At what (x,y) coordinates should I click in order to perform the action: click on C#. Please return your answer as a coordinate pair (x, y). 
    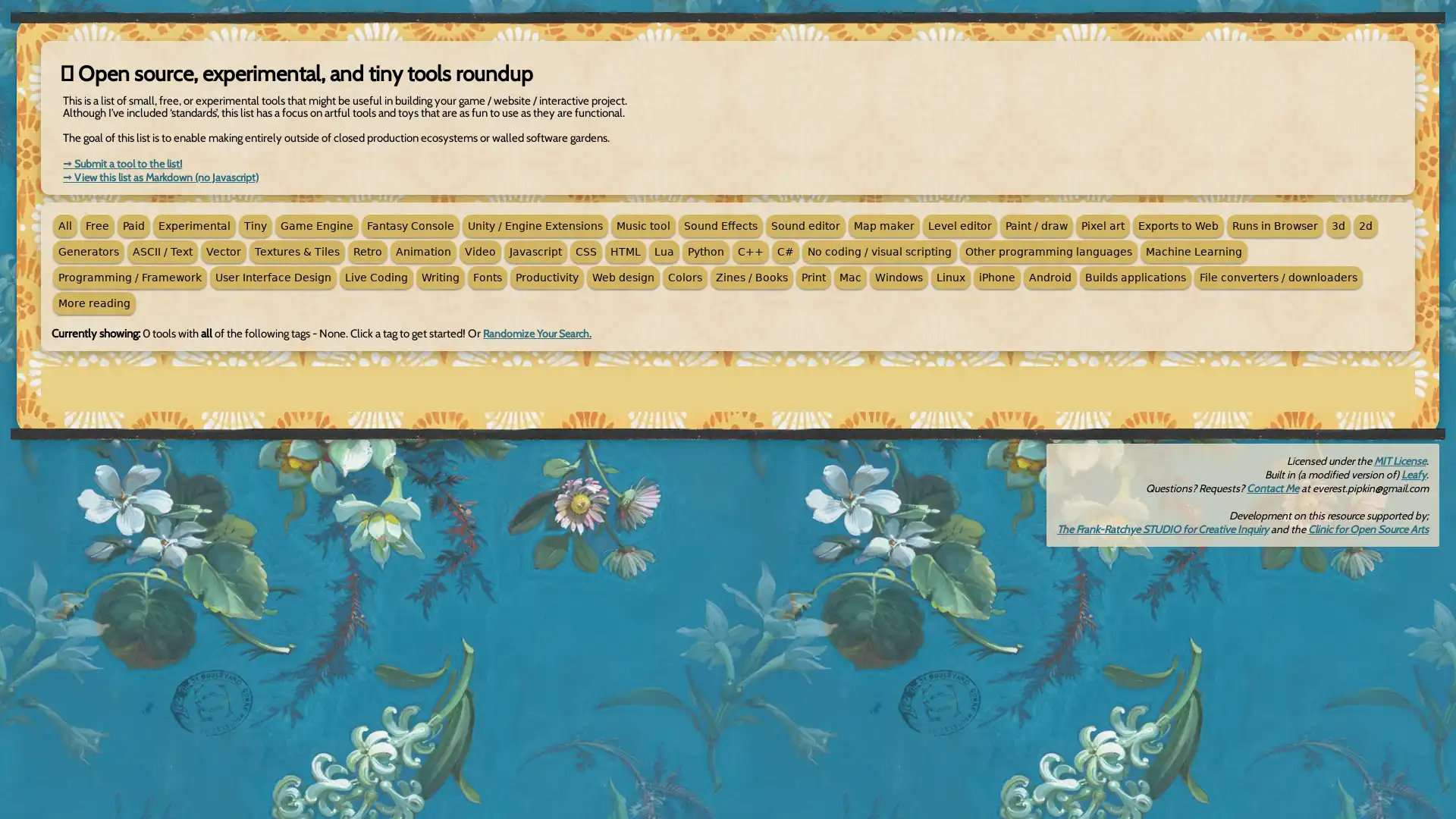
    Looking at the image, I should click on (786, 250).